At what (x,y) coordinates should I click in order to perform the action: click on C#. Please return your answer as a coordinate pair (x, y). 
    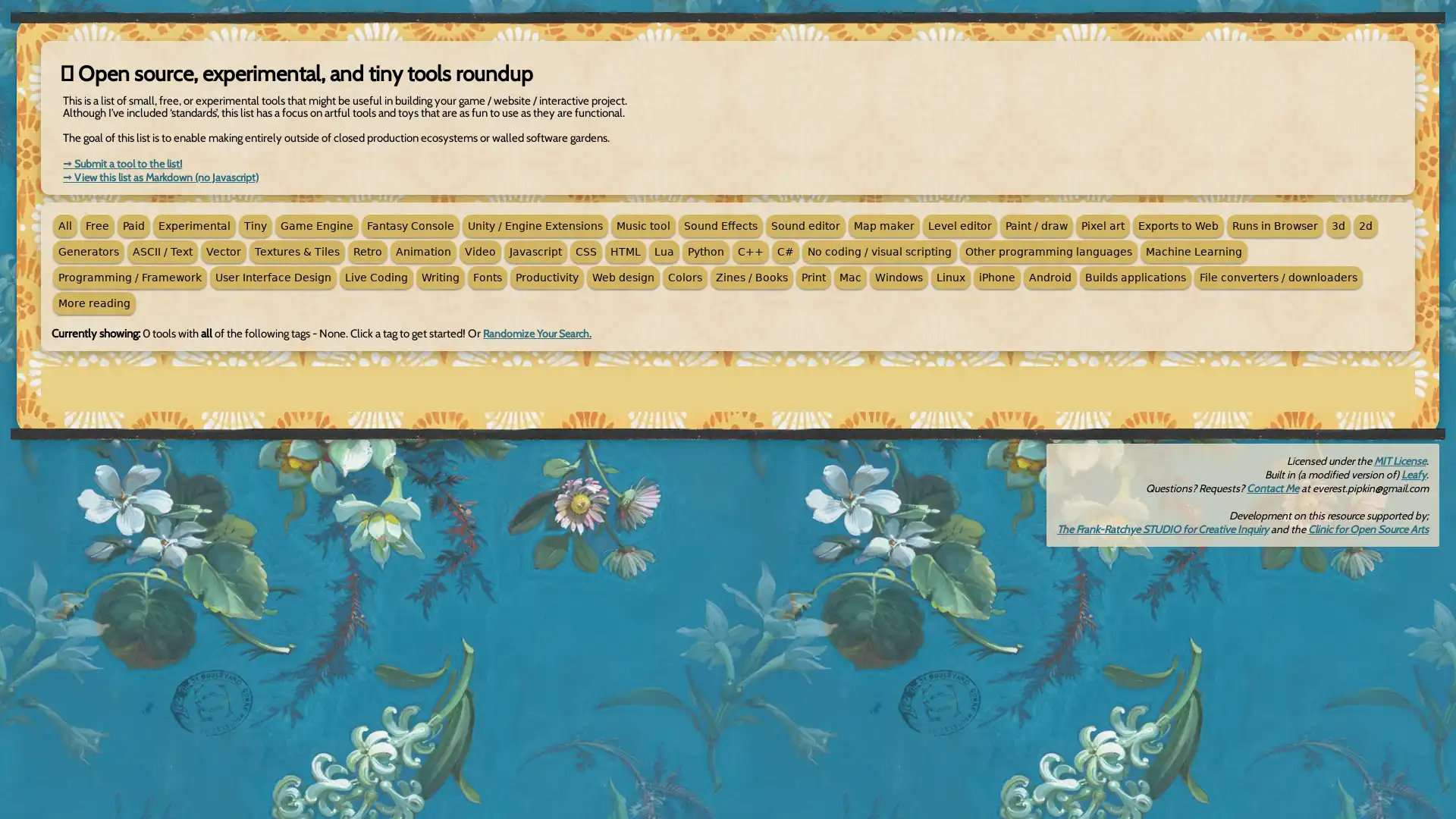
    Looking at the image, I should click on (786, 250).